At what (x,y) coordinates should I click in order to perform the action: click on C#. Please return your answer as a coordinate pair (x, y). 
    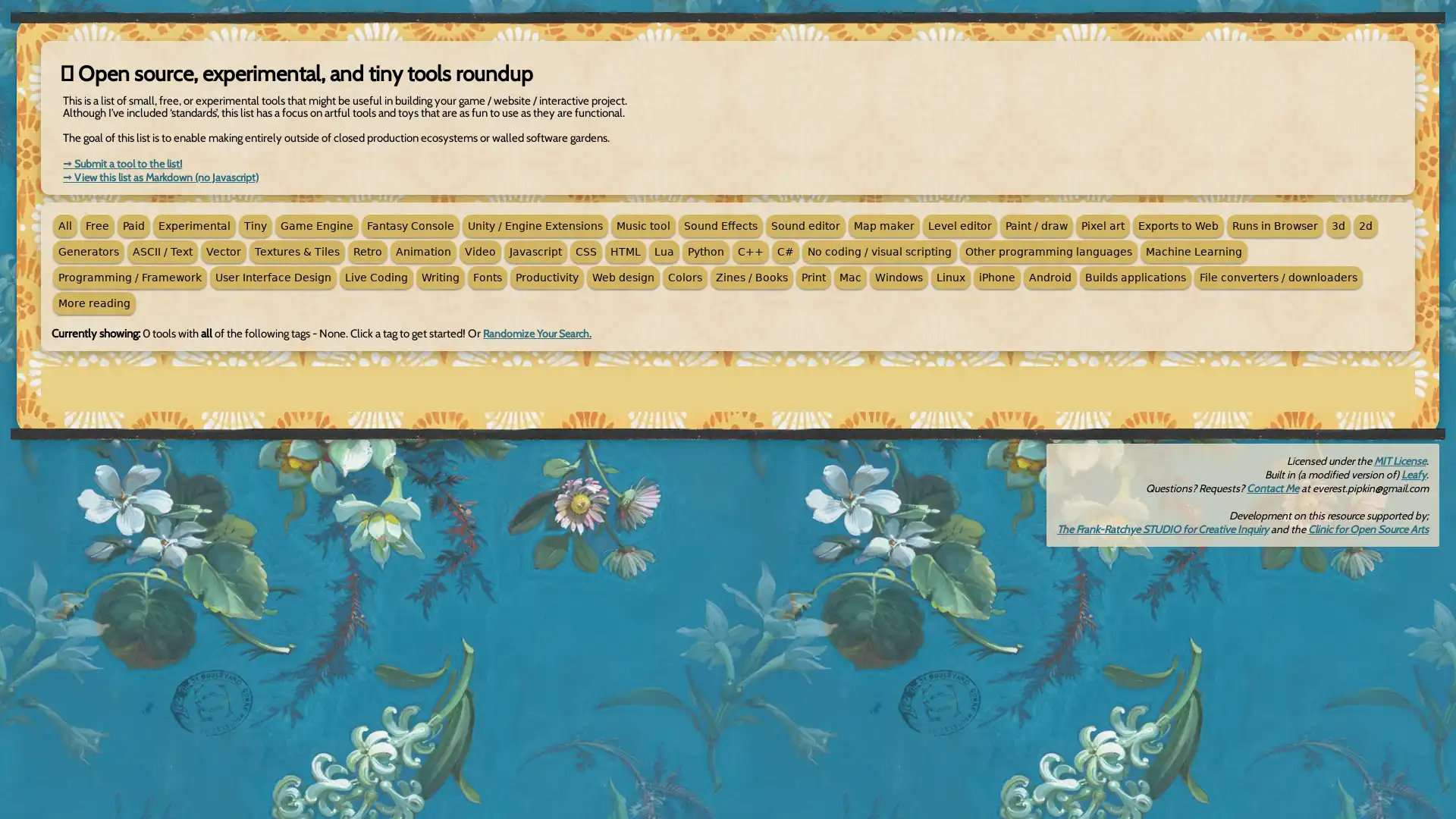
    Looking at the image, I should click on (786, 250).